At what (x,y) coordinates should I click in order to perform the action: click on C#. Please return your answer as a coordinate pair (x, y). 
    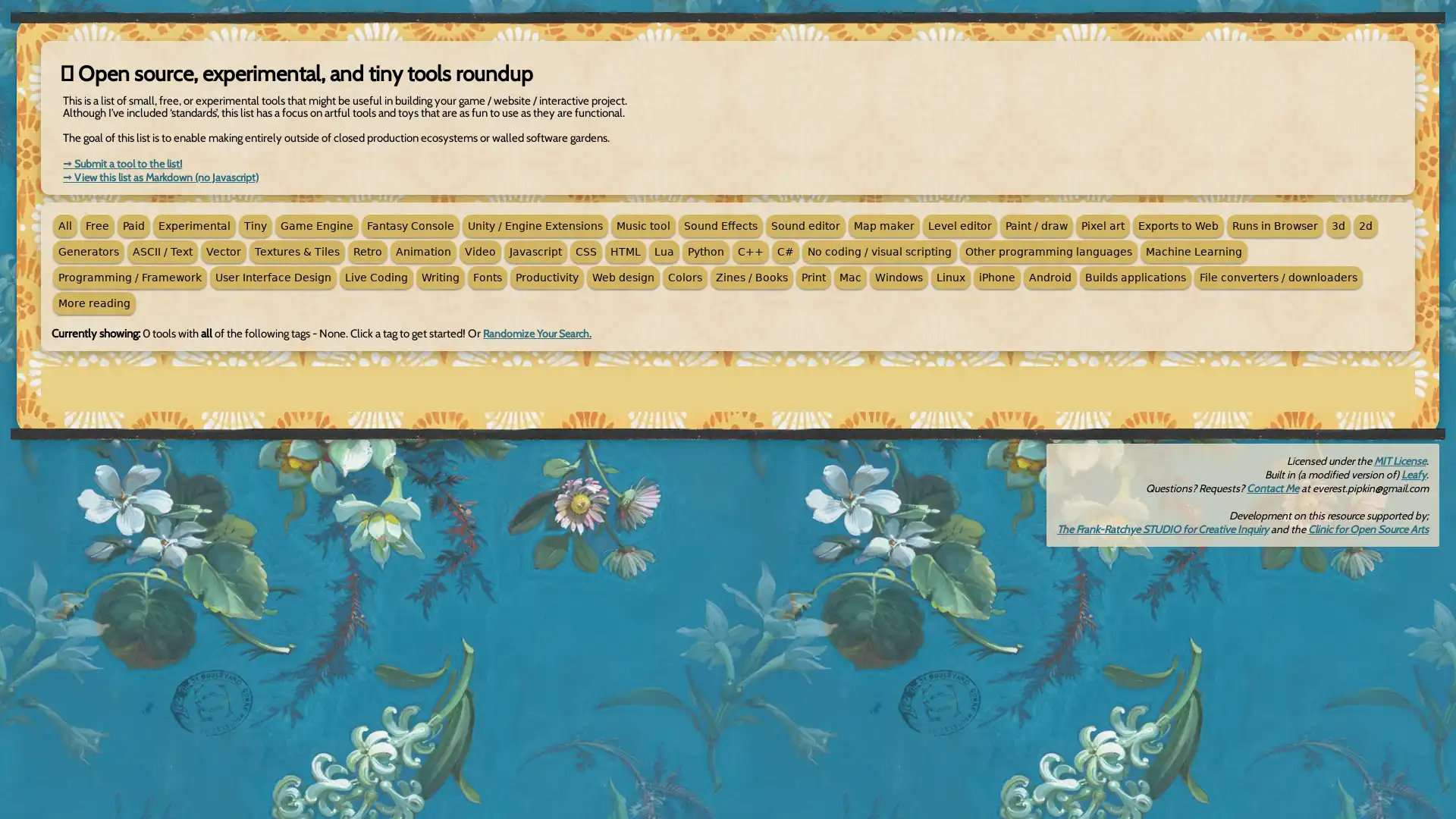
    Looking at the image, I should click on (786, 250).